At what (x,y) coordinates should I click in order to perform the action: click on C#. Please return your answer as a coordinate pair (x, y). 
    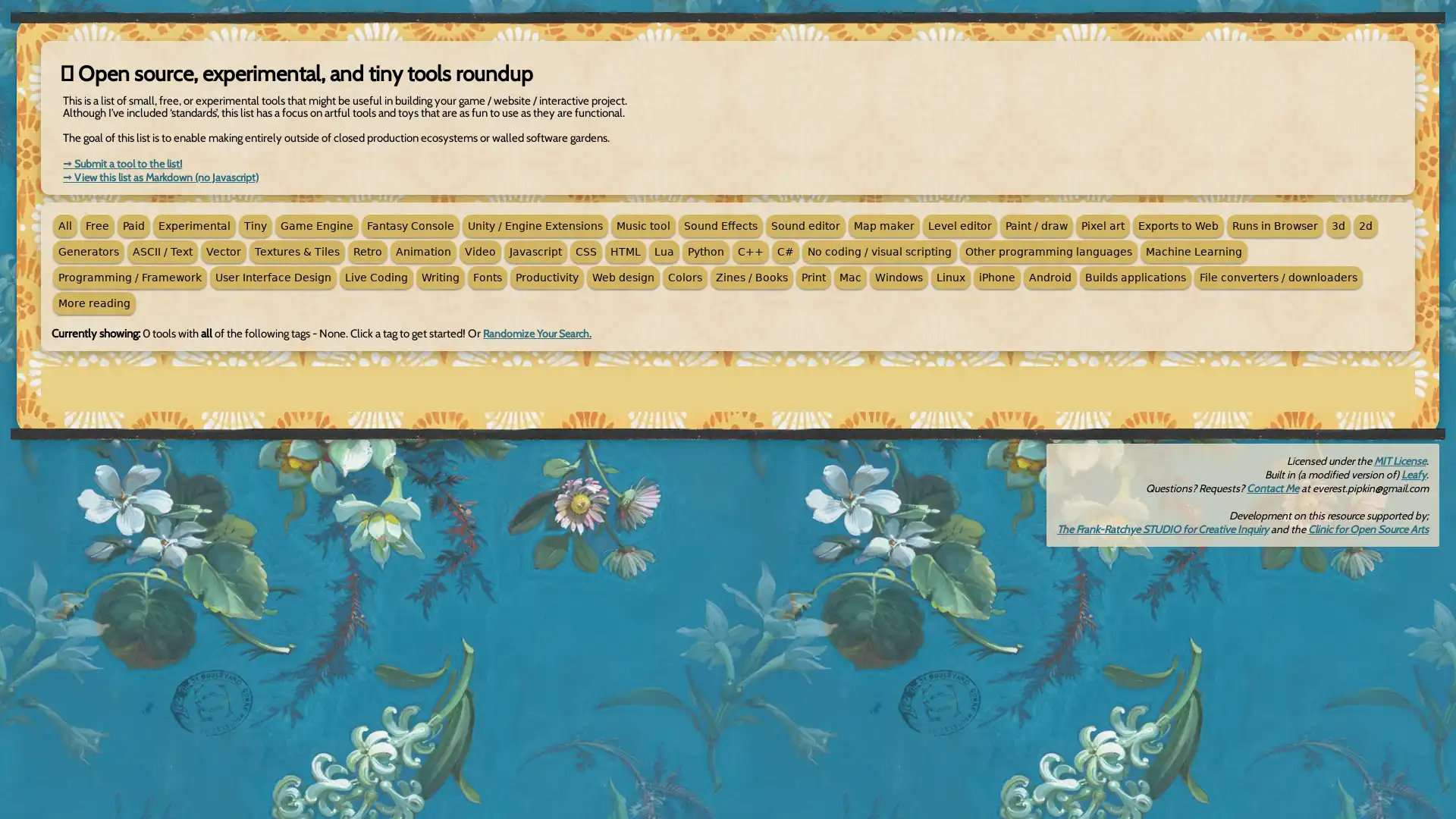
    Looking at the image, I should click on (786, 250).